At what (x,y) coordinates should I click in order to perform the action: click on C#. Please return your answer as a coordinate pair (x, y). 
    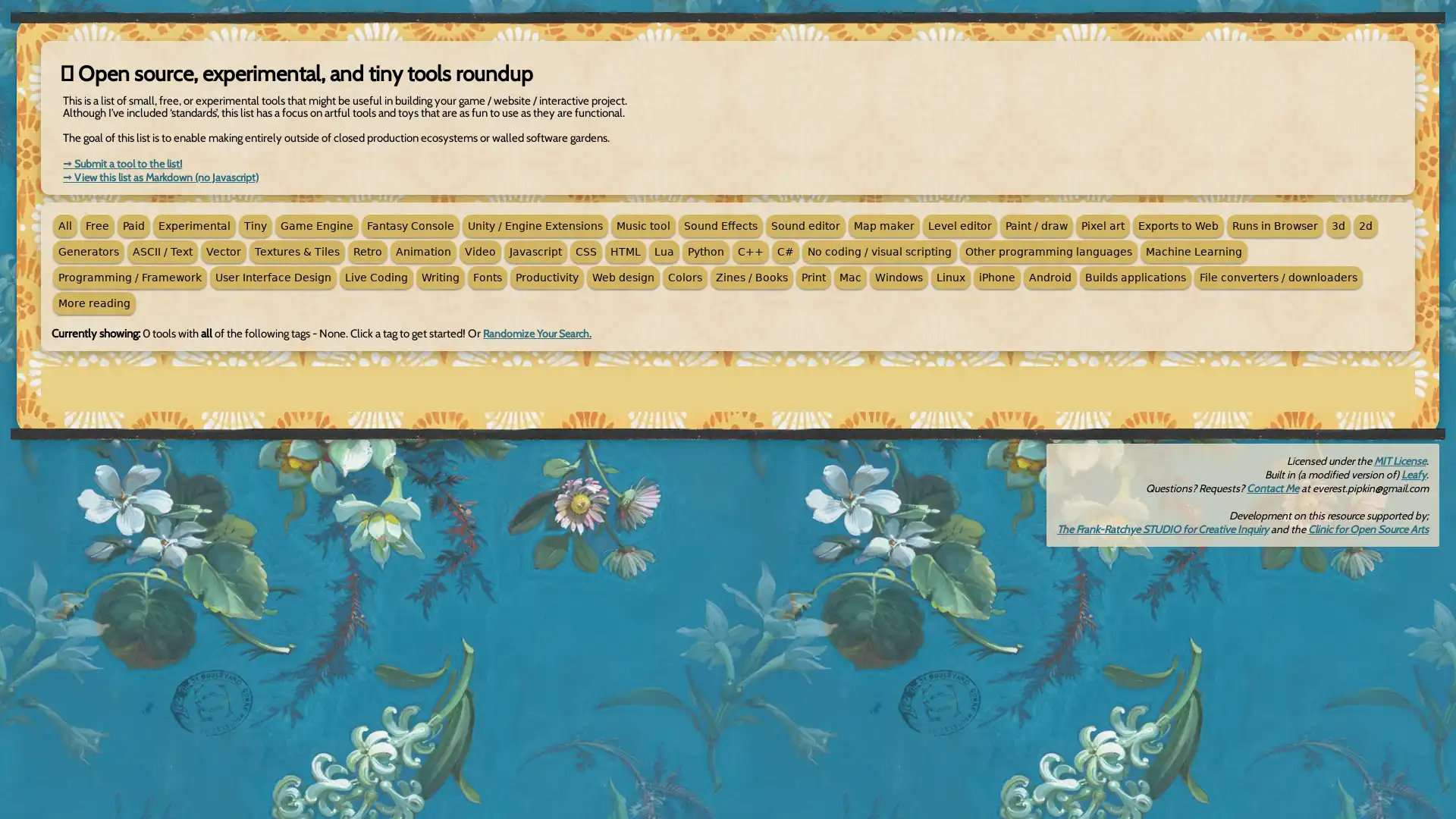
    Looking at the image, I should click on (786, 250).